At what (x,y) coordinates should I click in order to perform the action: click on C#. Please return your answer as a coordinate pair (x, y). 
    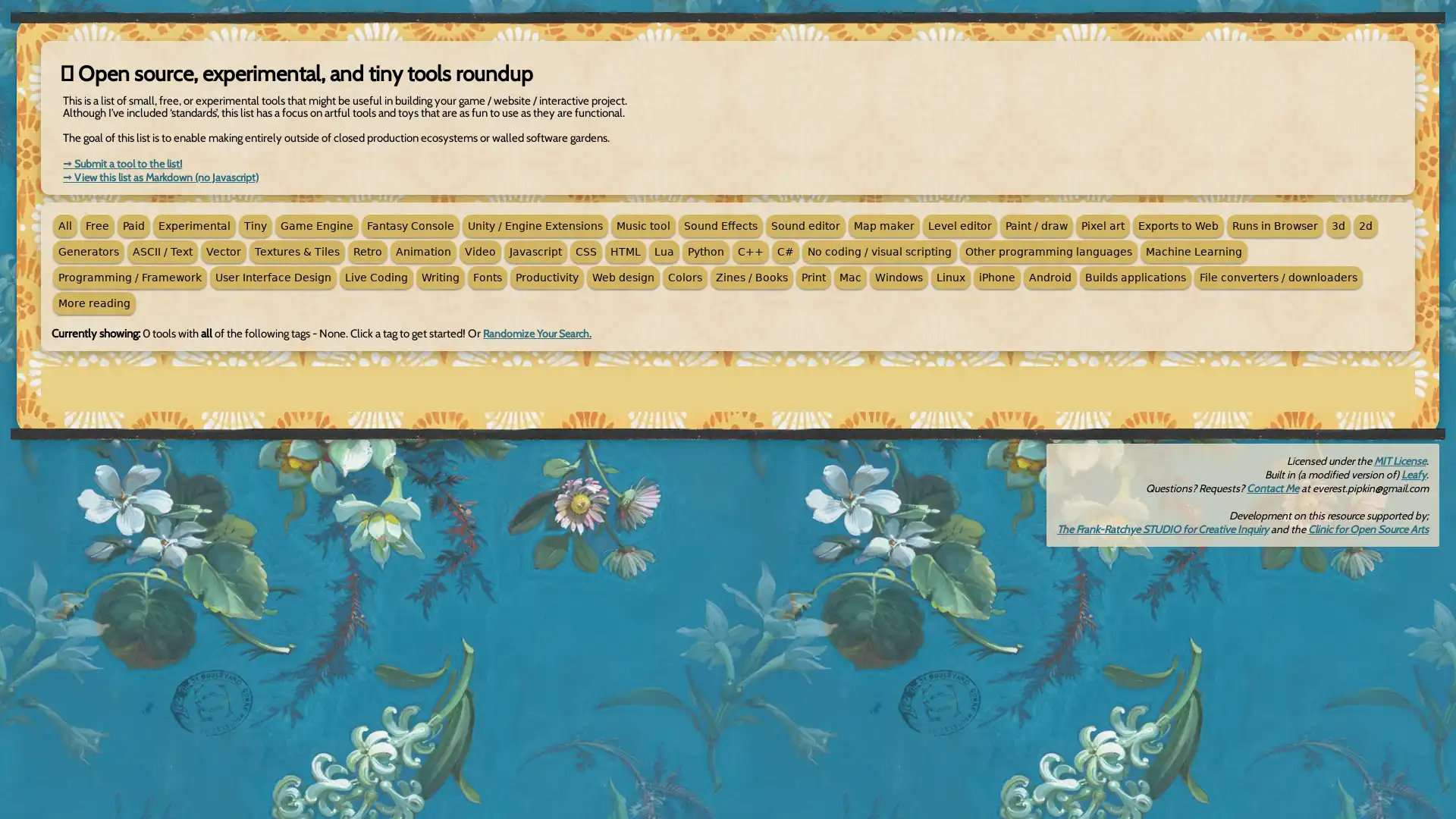
    Looking at the image, I should click on (786, 250).